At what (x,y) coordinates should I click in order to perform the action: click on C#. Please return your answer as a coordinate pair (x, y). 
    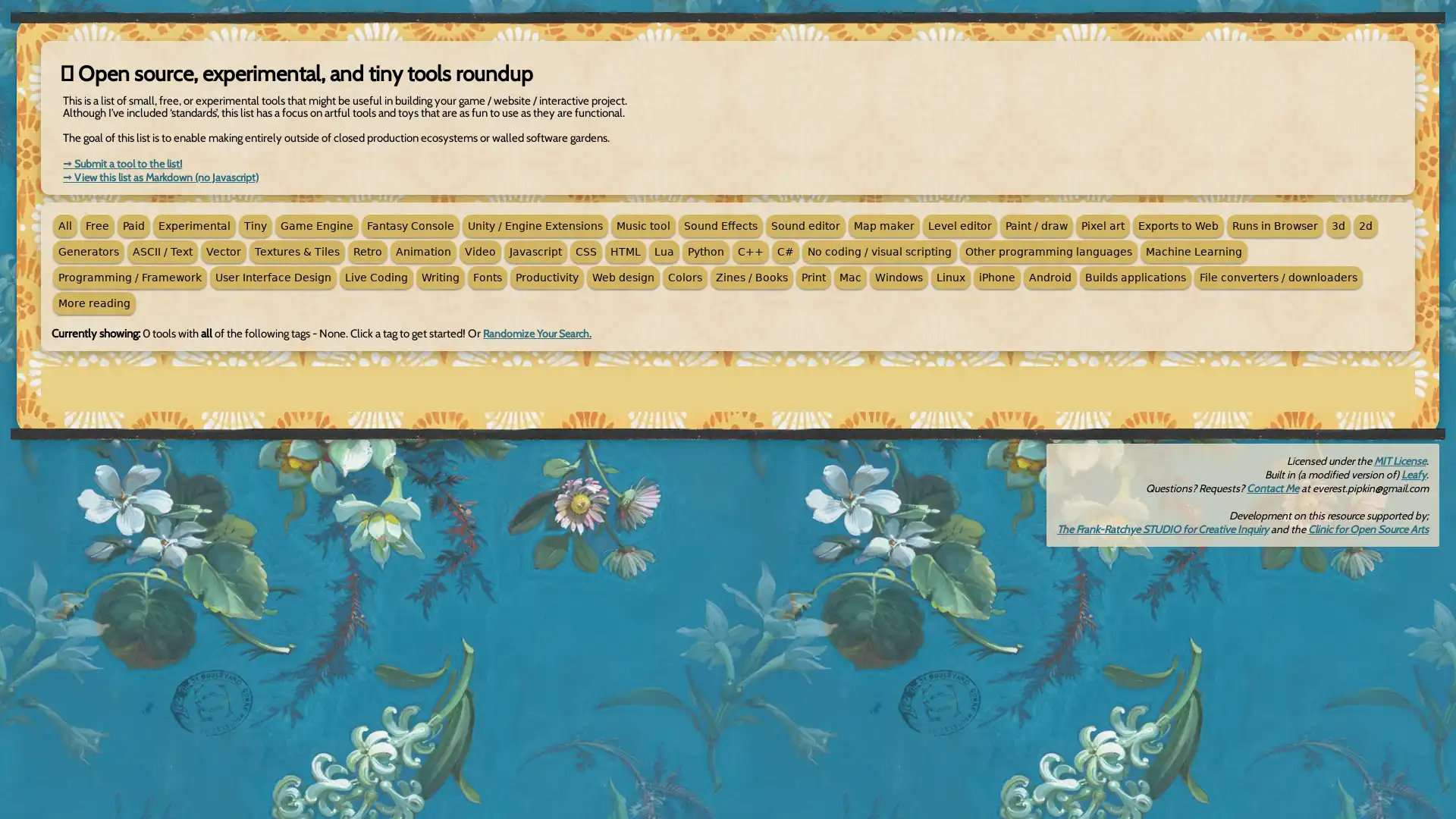
    Looking at the image, I should click on (786, 250).